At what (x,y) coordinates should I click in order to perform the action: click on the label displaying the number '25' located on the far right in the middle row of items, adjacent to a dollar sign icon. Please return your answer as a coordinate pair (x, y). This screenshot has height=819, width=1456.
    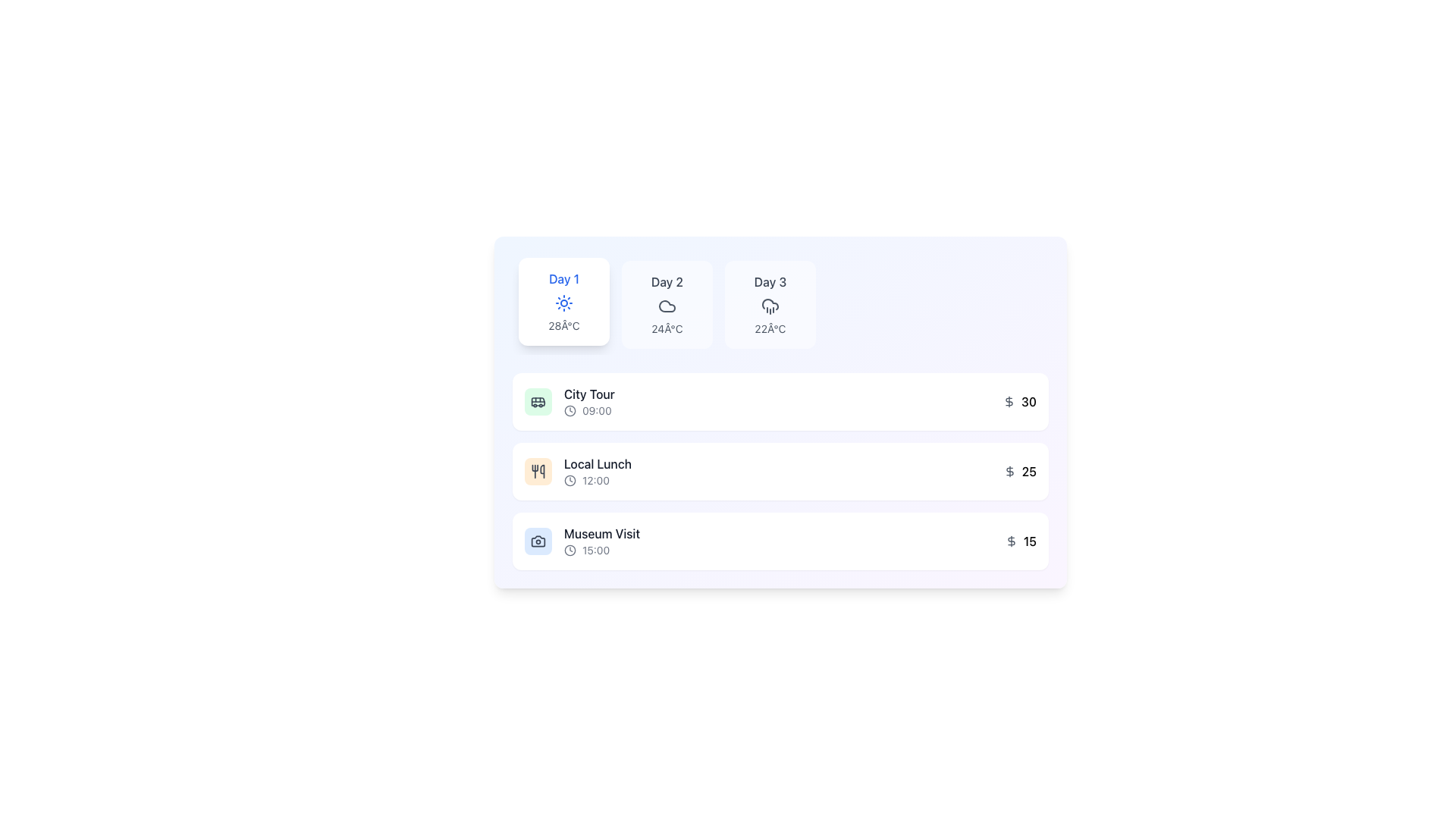
    Looking at the image, I should click on (1029, 470).